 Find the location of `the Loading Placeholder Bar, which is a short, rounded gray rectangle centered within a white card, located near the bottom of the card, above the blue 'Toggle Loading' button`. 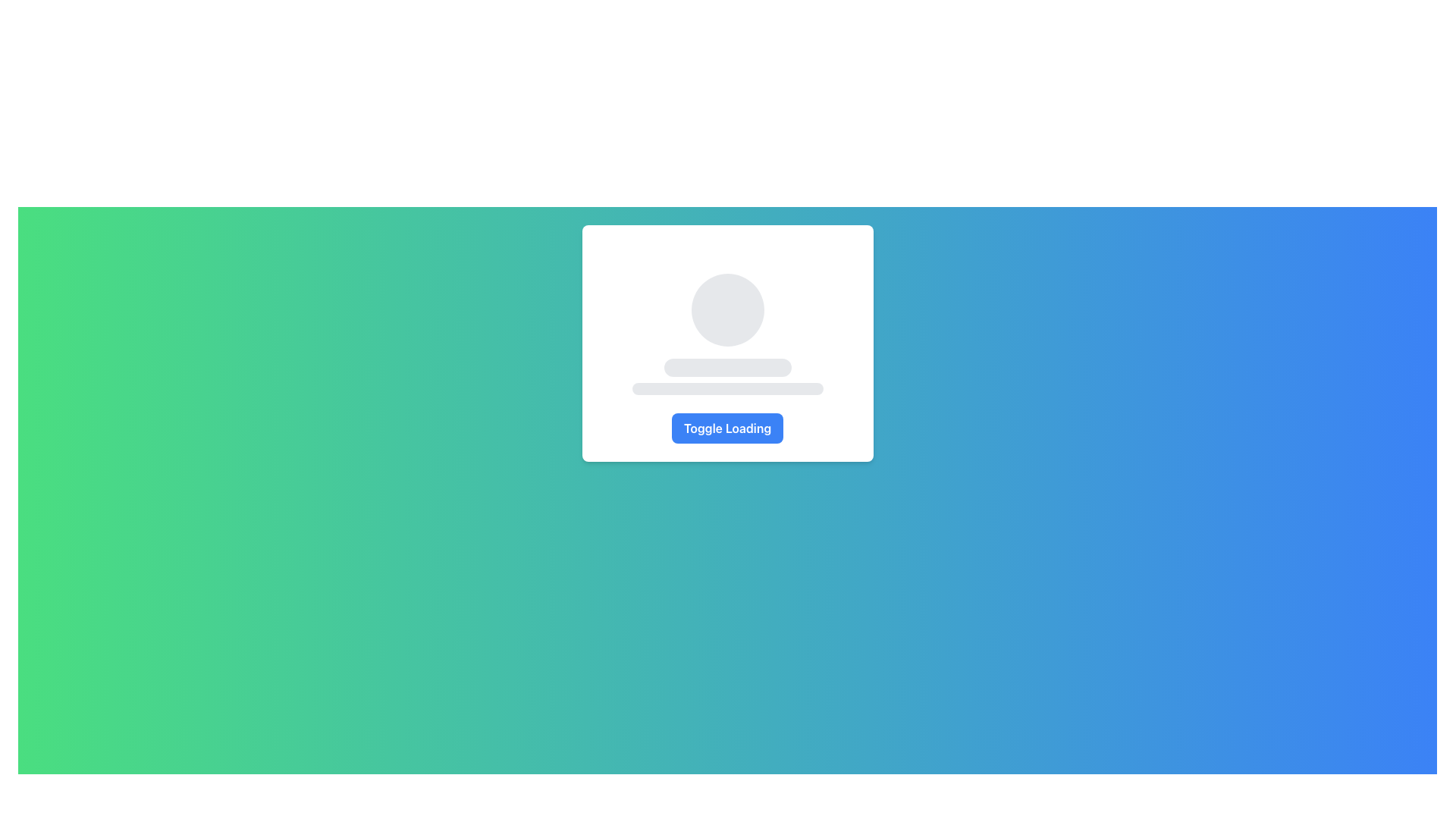

the Loading Placeholder Bar, which is a short, rounded gray rectangle centered within a white card, located near the bottom of the card, above the blue 'Toggle Loading' button is located at coordinates (726, 388).